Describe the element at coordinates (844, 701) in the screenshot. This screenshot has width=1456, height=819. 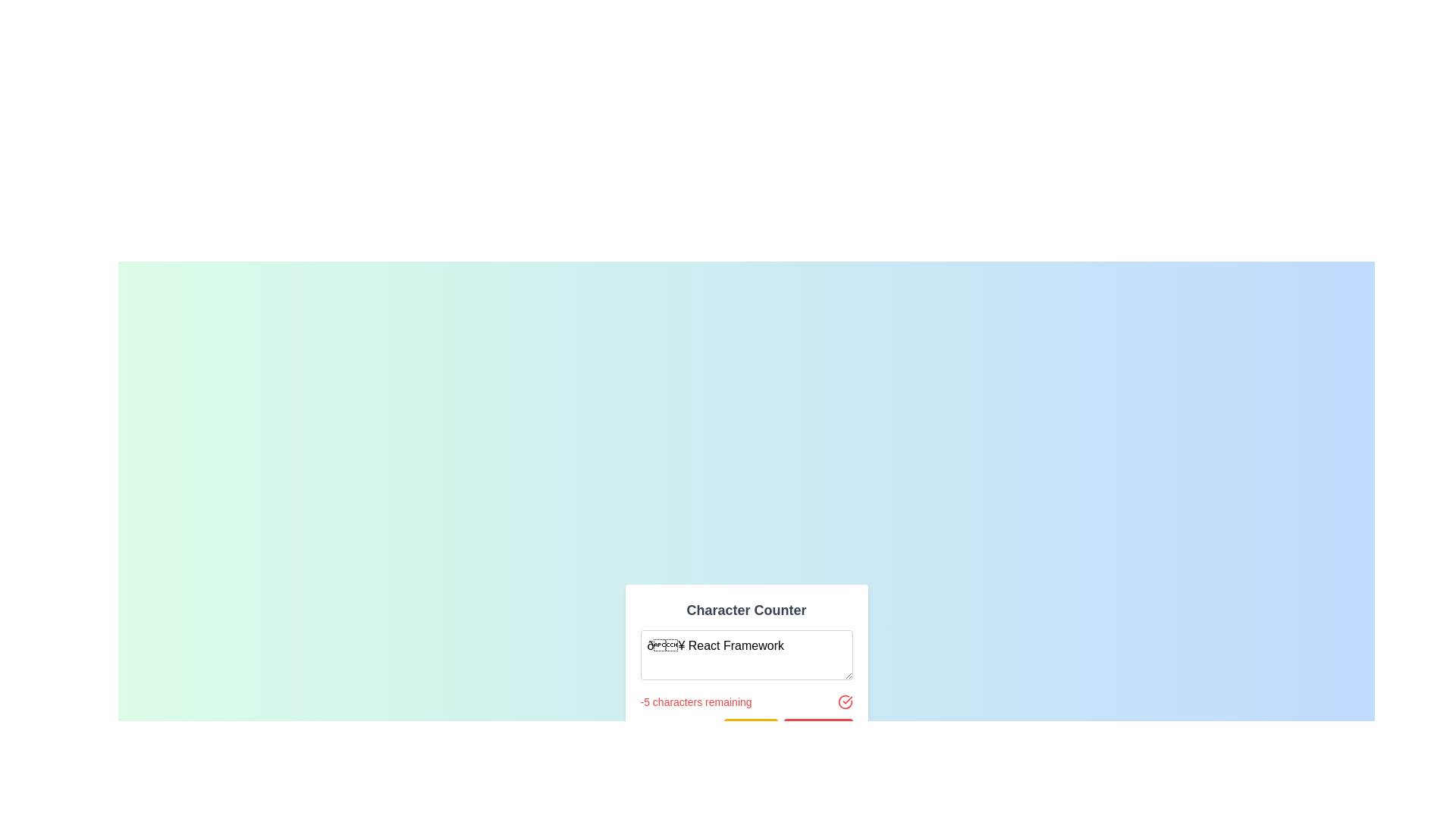
I see `the visual feedback of the red circular status icon with a checkmark, located to the far right of the text message '-5 characters remaining'` at that location.